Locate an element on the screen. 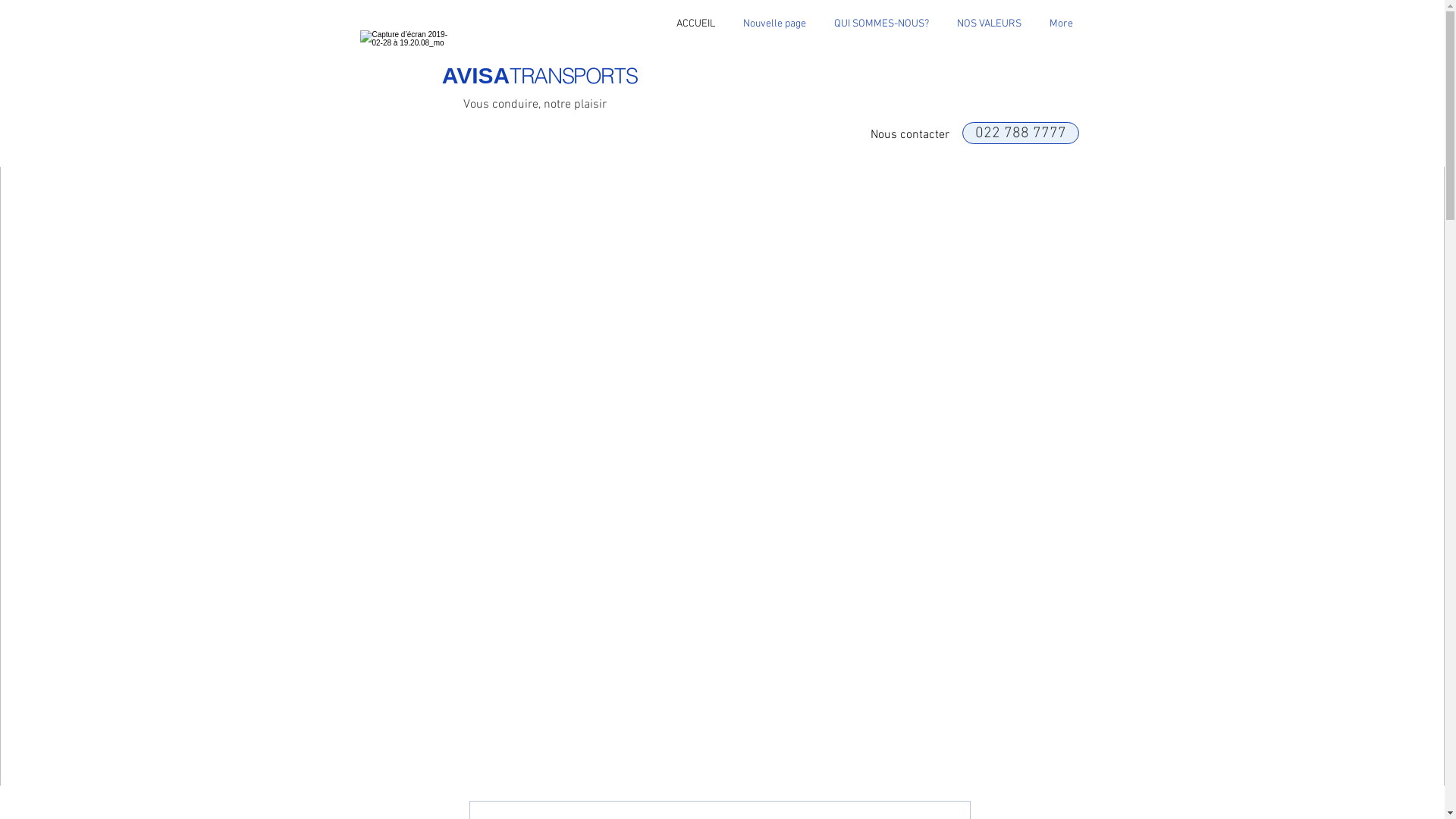  '022 788 7777' is located at coordinates (1019, 132).